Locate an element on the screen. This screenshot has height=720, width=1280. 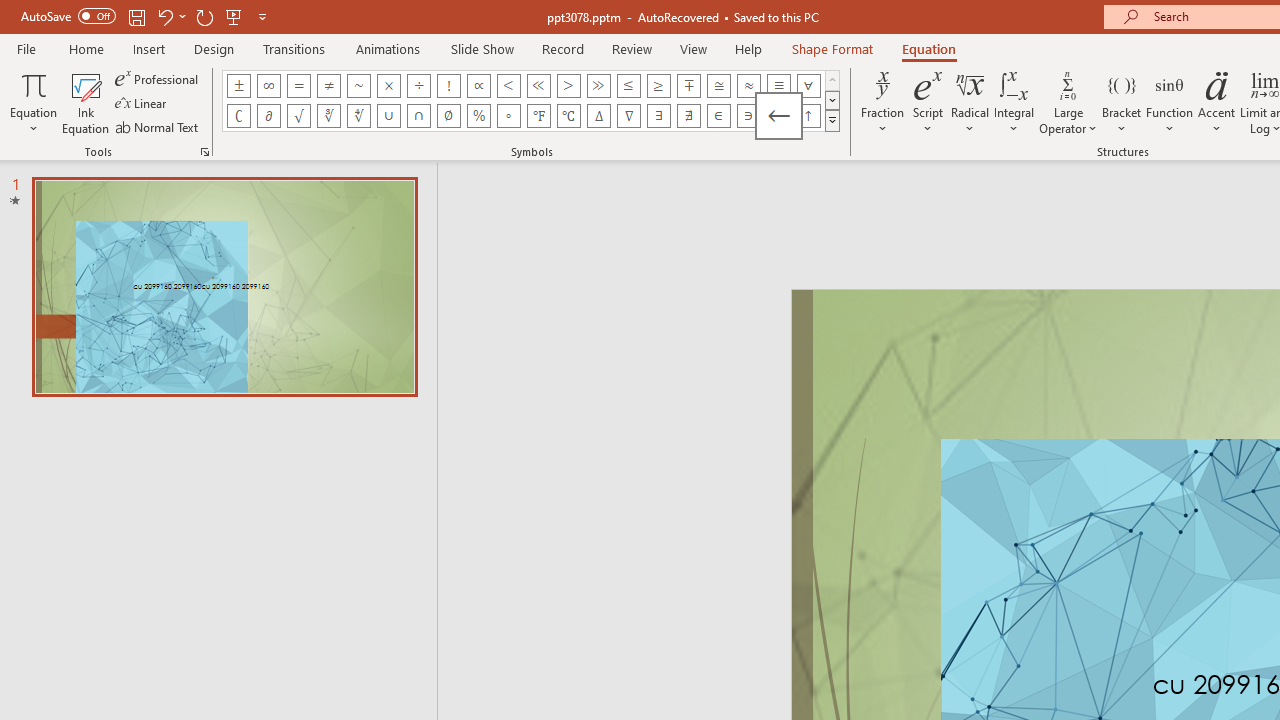
'Equation Symbol Complement' is located at coordinates (238, 115).